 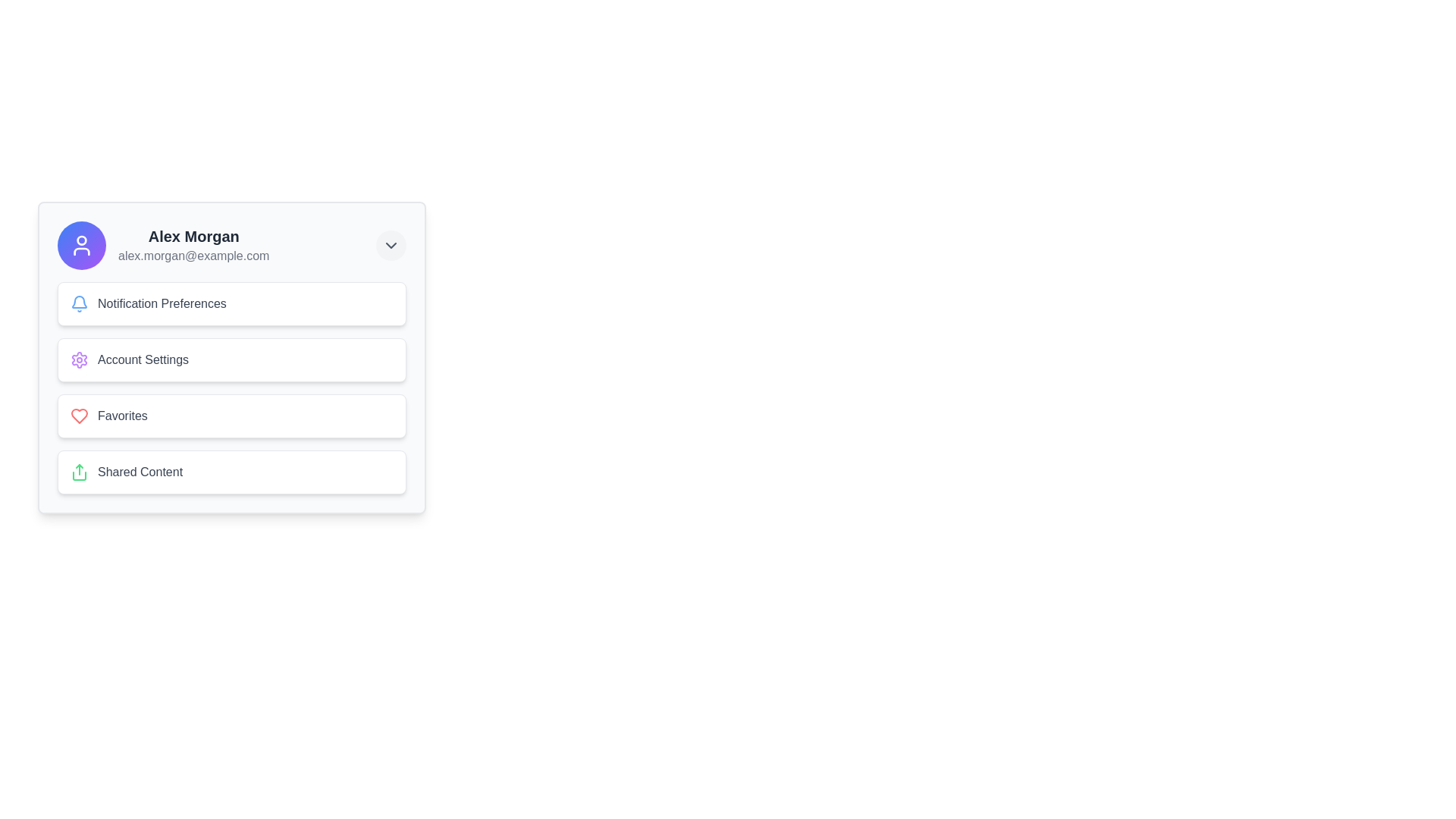 What do you see at coordinates (143, 359) in the screenshot?
I see `the label for the account settings menu option, which is the second option from the top in the vertically stacked menu, located to the right of the purple gear icon` at bounding box center [143, 359].